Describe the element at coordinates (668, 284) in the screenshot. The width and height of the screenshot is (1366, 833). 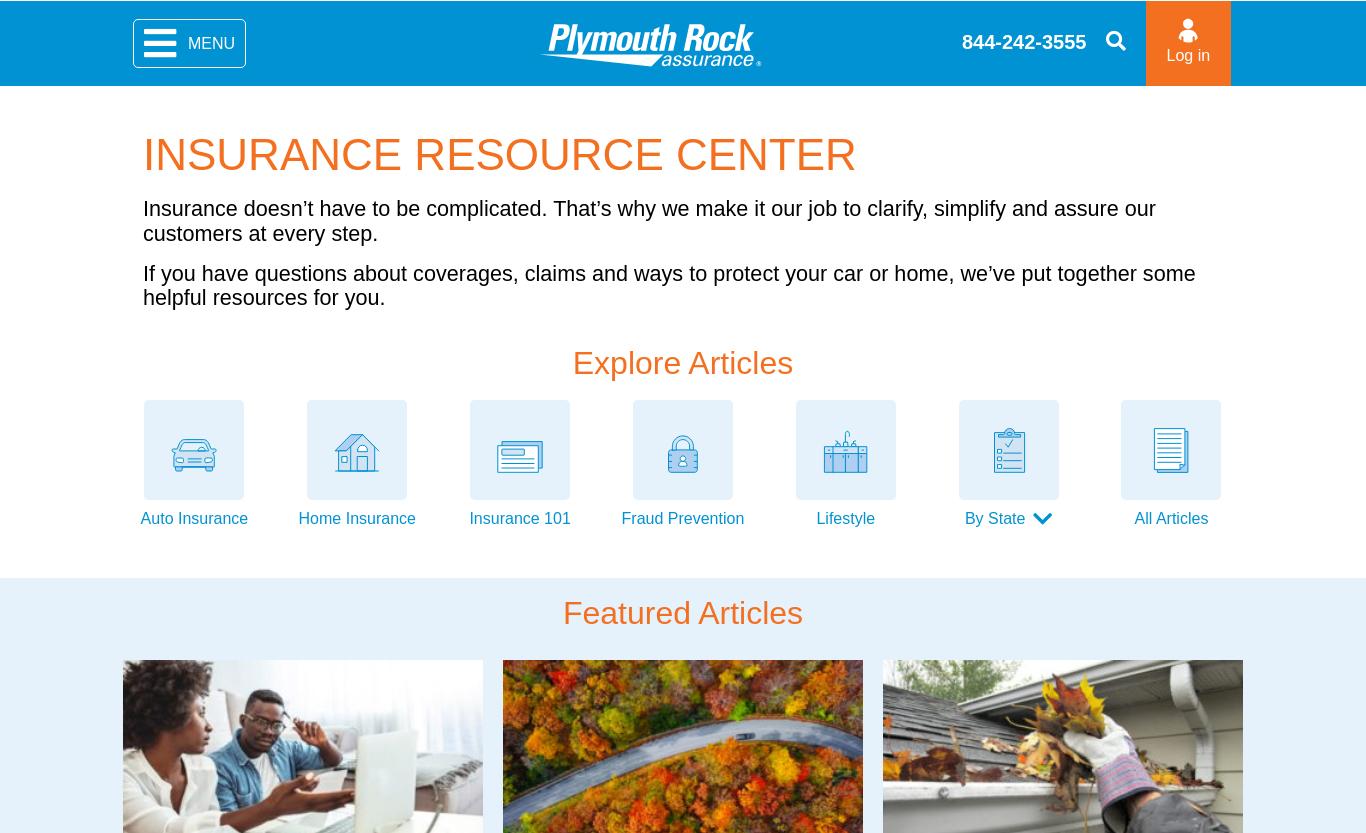
I see `'If you have questions about coverages, claims and ways to protect your car or home, we’ve put together some helpful resources for you.'` at that location.